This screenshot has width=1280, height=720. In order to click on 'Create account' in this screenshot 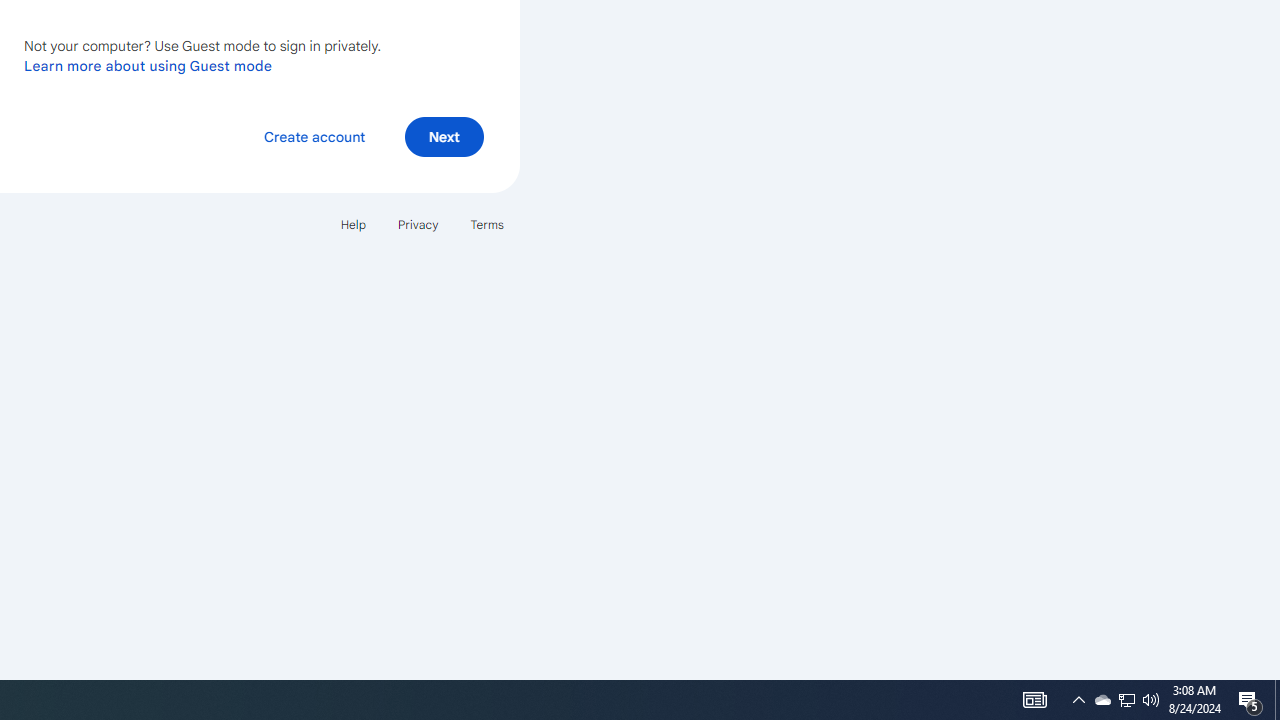, I will do `click(313, 135)`.